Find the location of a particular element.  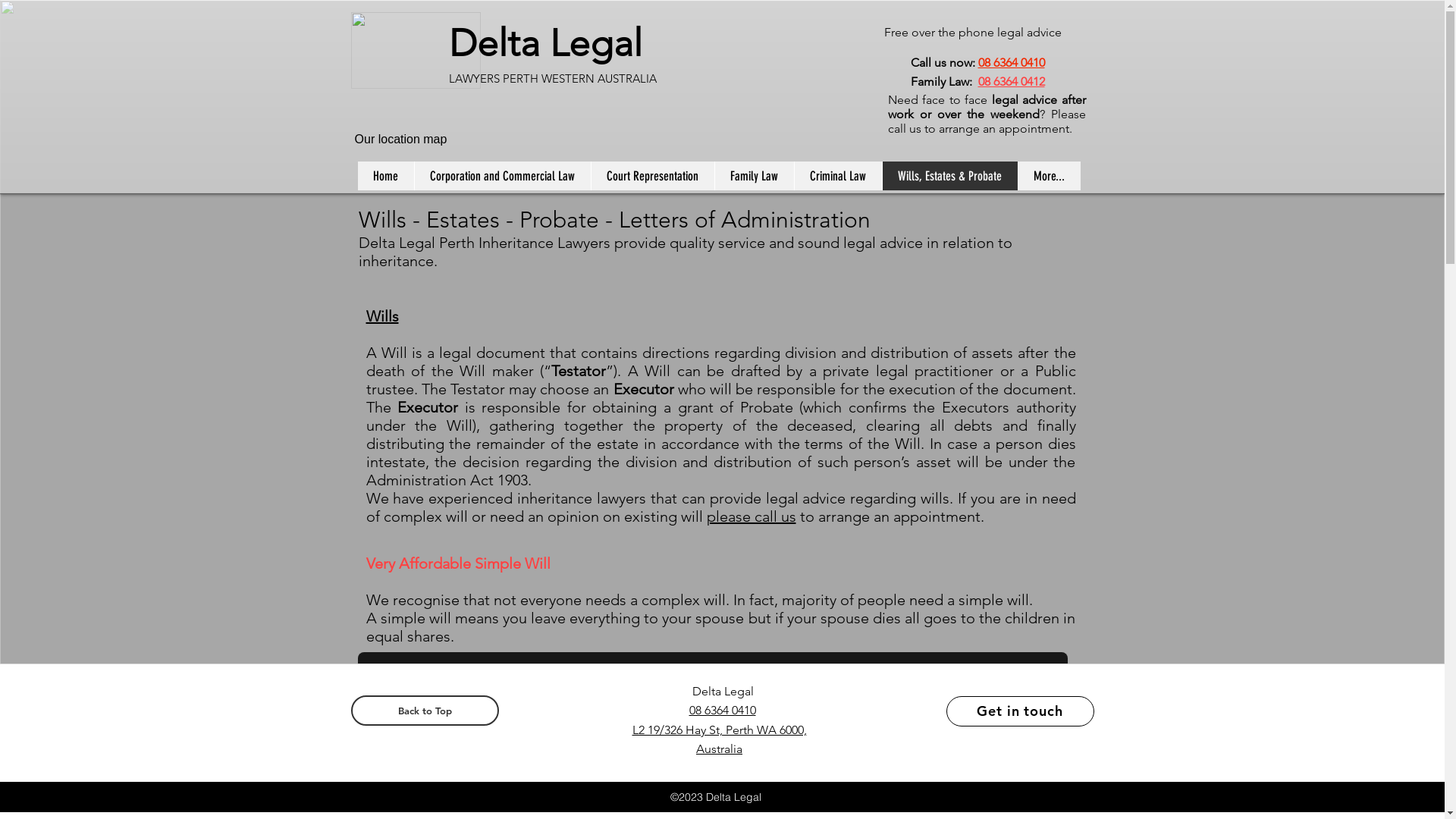

'Simple Will - From $135' is located at coordinates (424, 742).